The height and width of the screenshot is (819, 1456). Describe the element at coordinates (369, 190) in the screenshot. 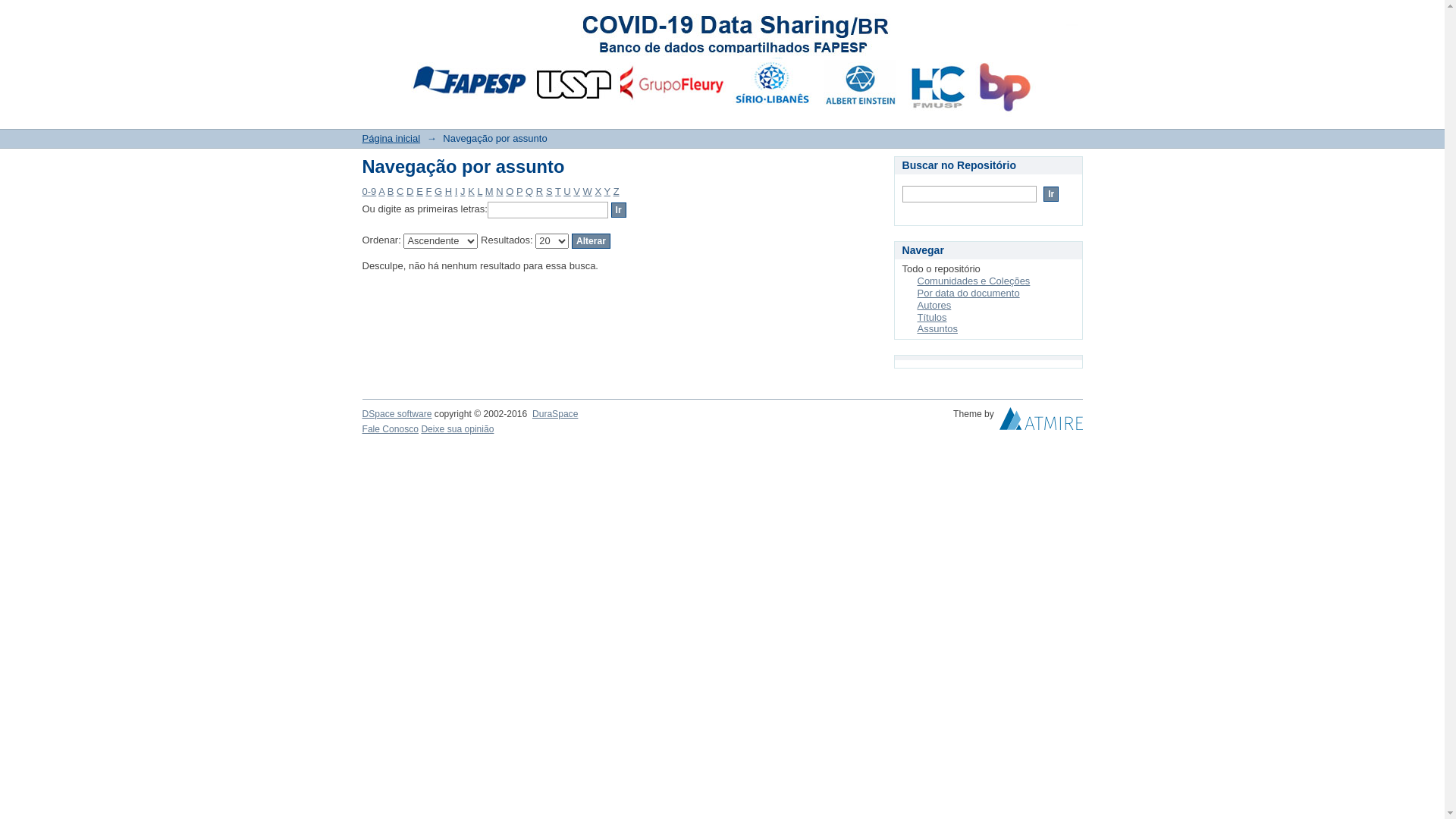

I see `'0-9'` at that location.